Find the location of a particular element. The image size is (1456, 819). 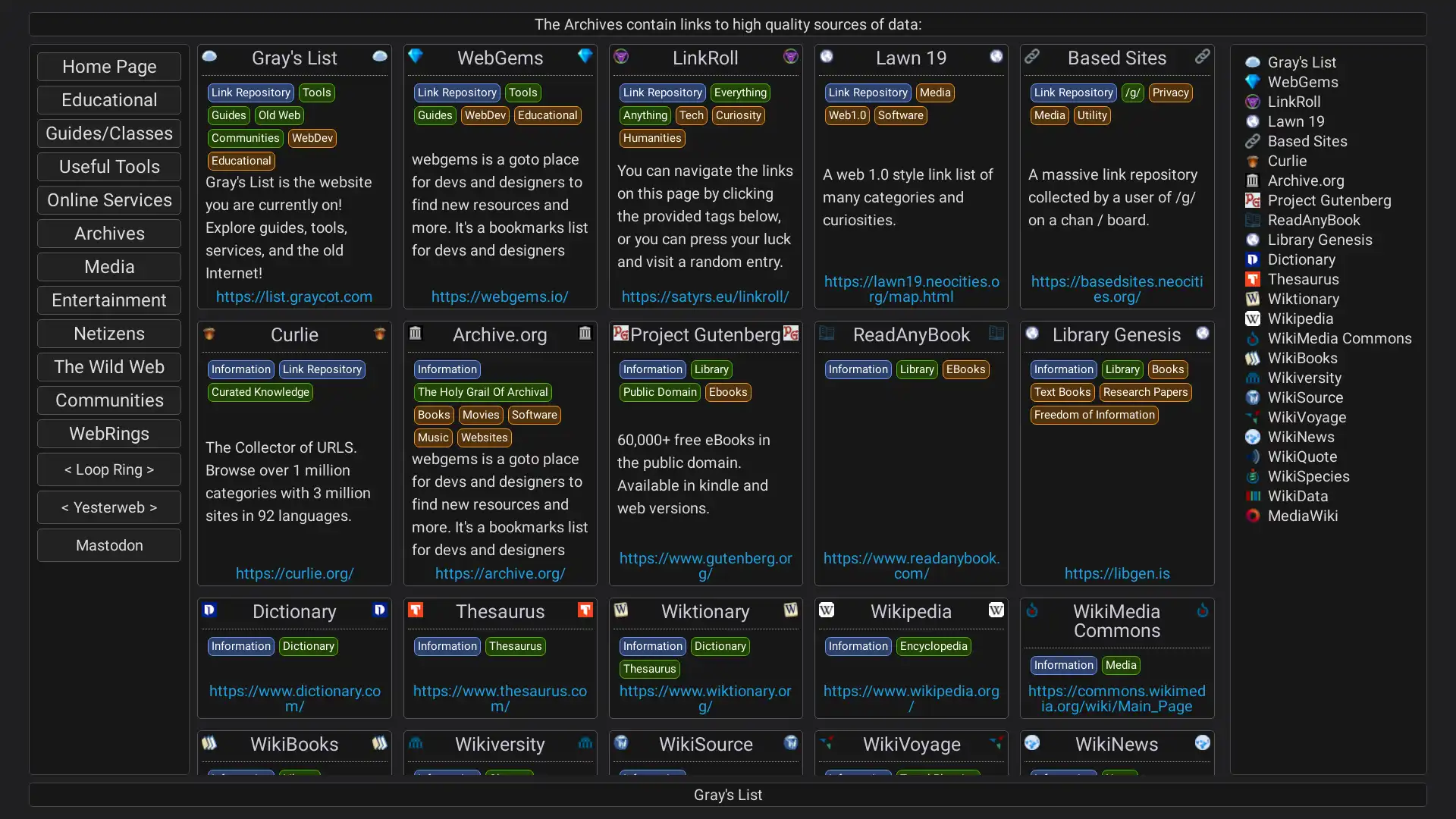

Home Page is located at coordinates (108, 66).